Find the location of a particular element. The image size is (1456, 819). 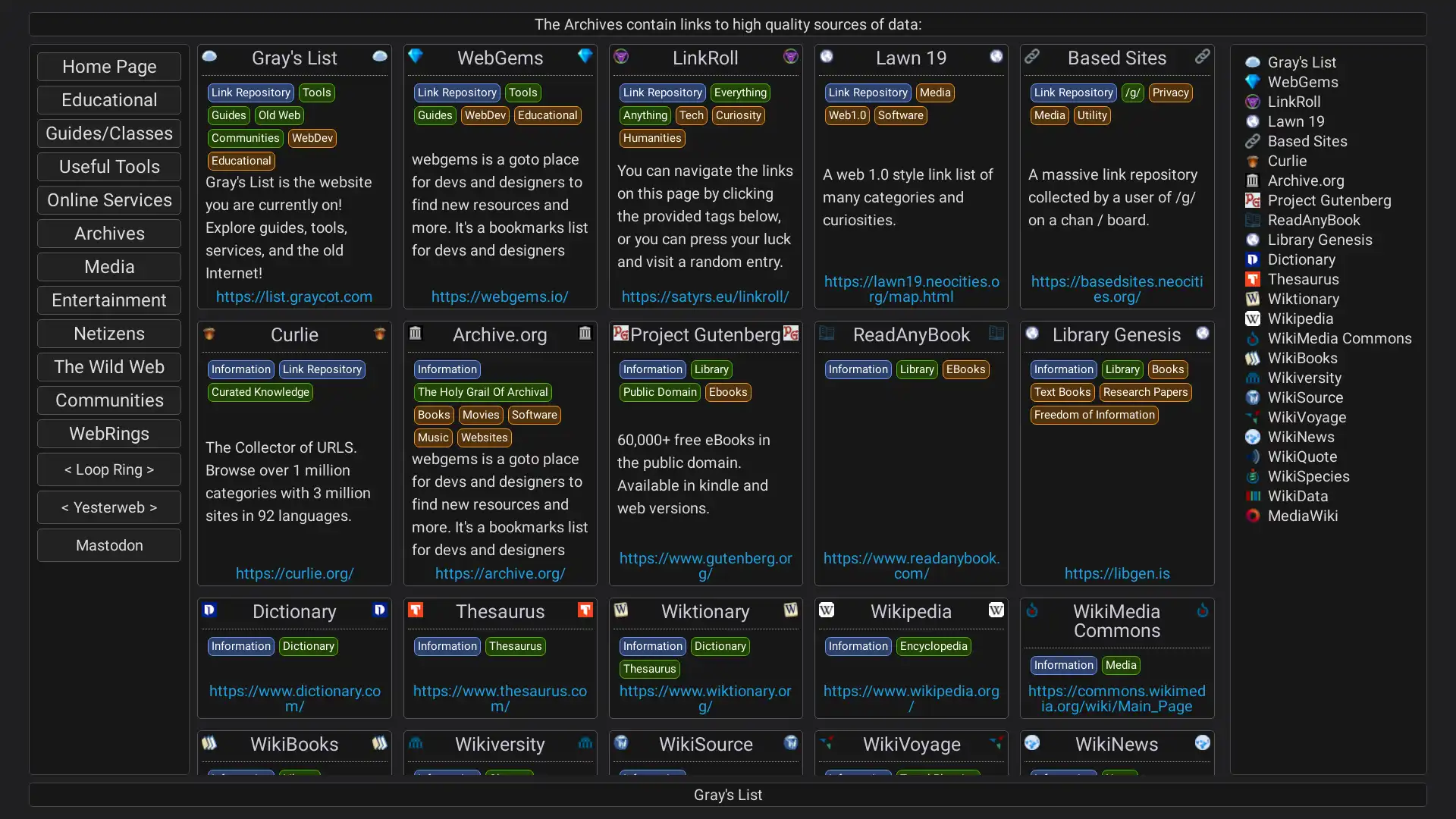

Home Page is located at coordinates (108, 66).